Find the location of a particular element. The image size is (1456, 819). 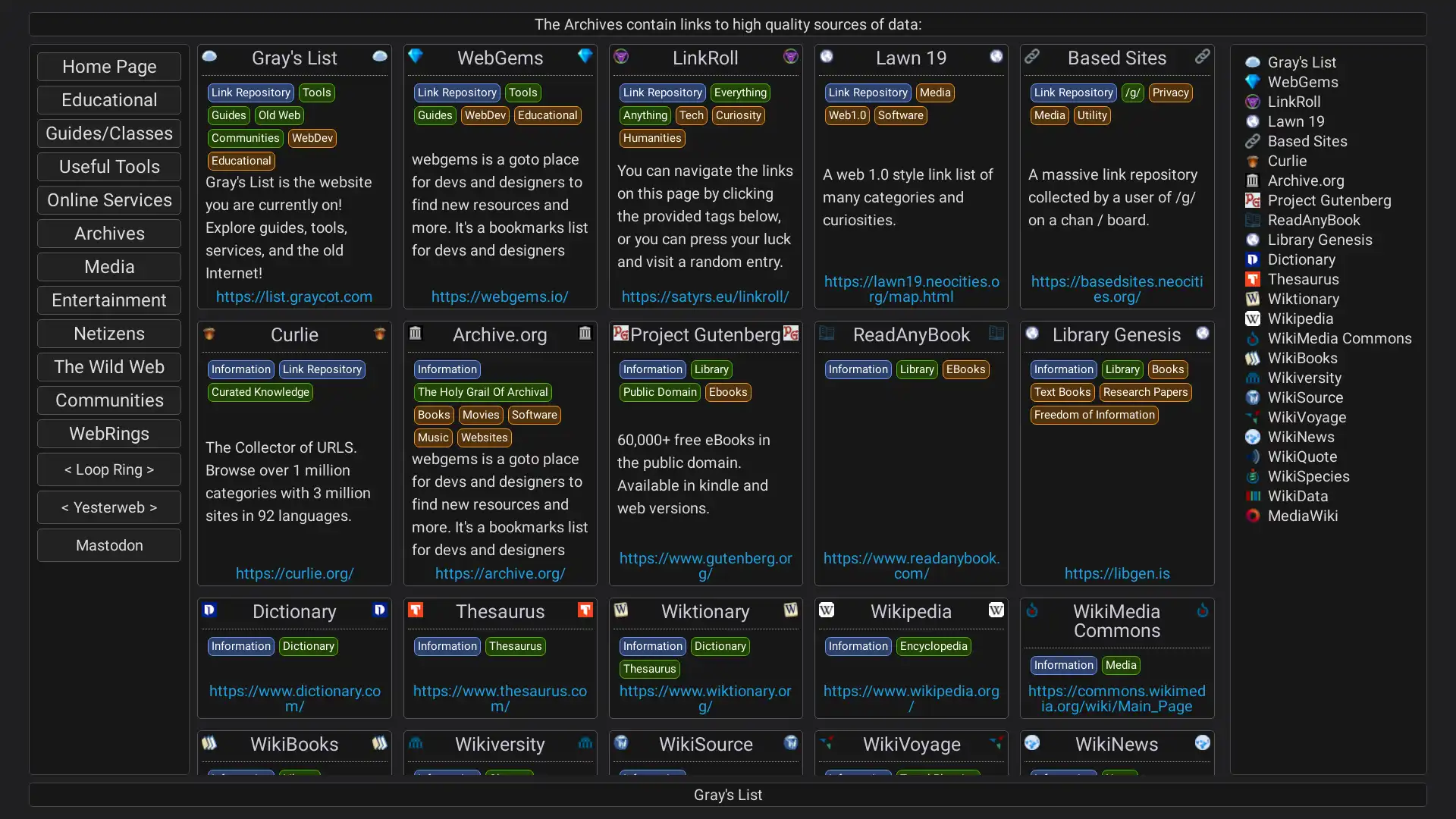

Home Page is located at coordinates (108, 66).